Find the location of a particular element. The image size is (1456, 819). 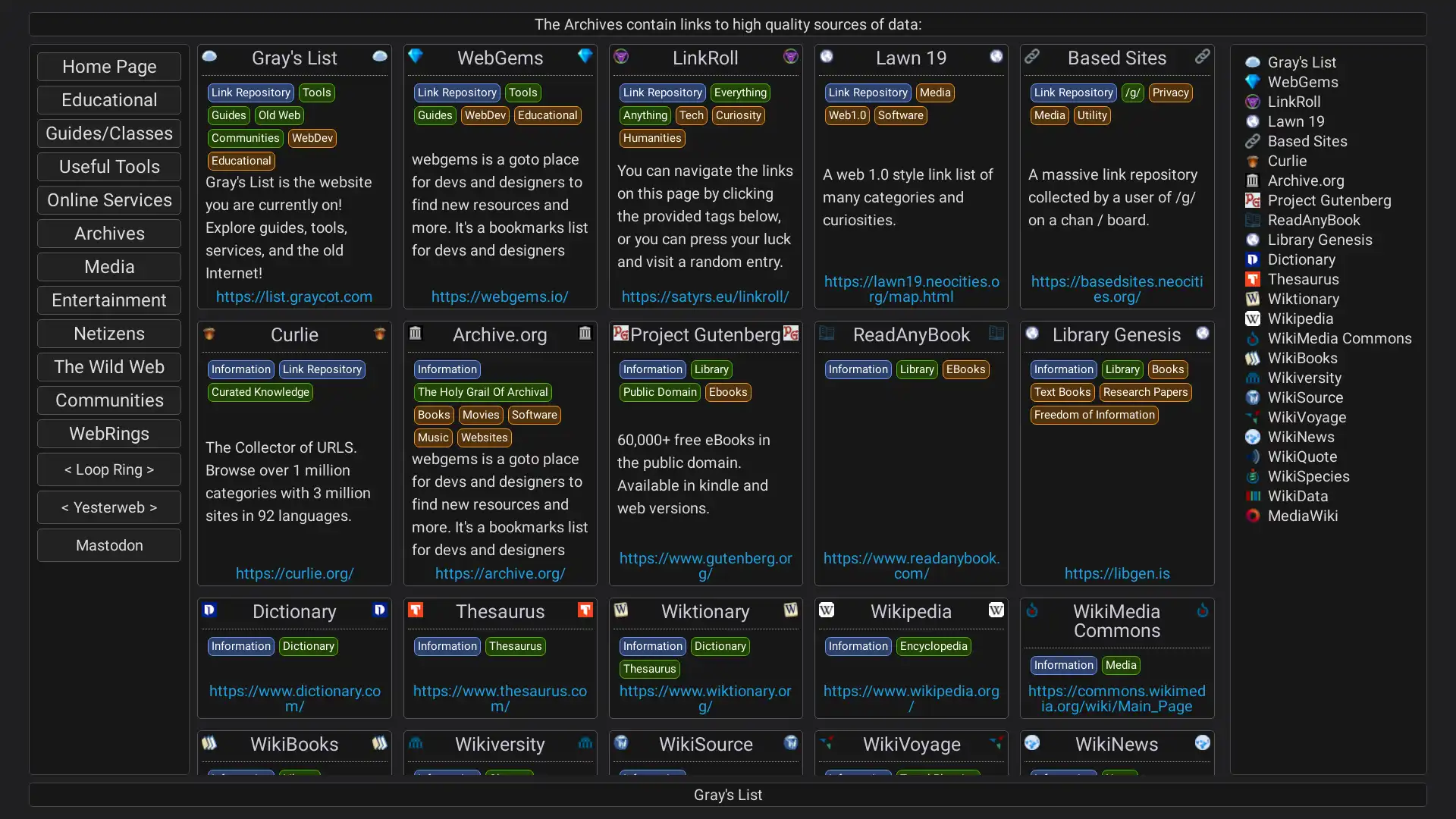

Home Page is located at coordinates (108, 66).